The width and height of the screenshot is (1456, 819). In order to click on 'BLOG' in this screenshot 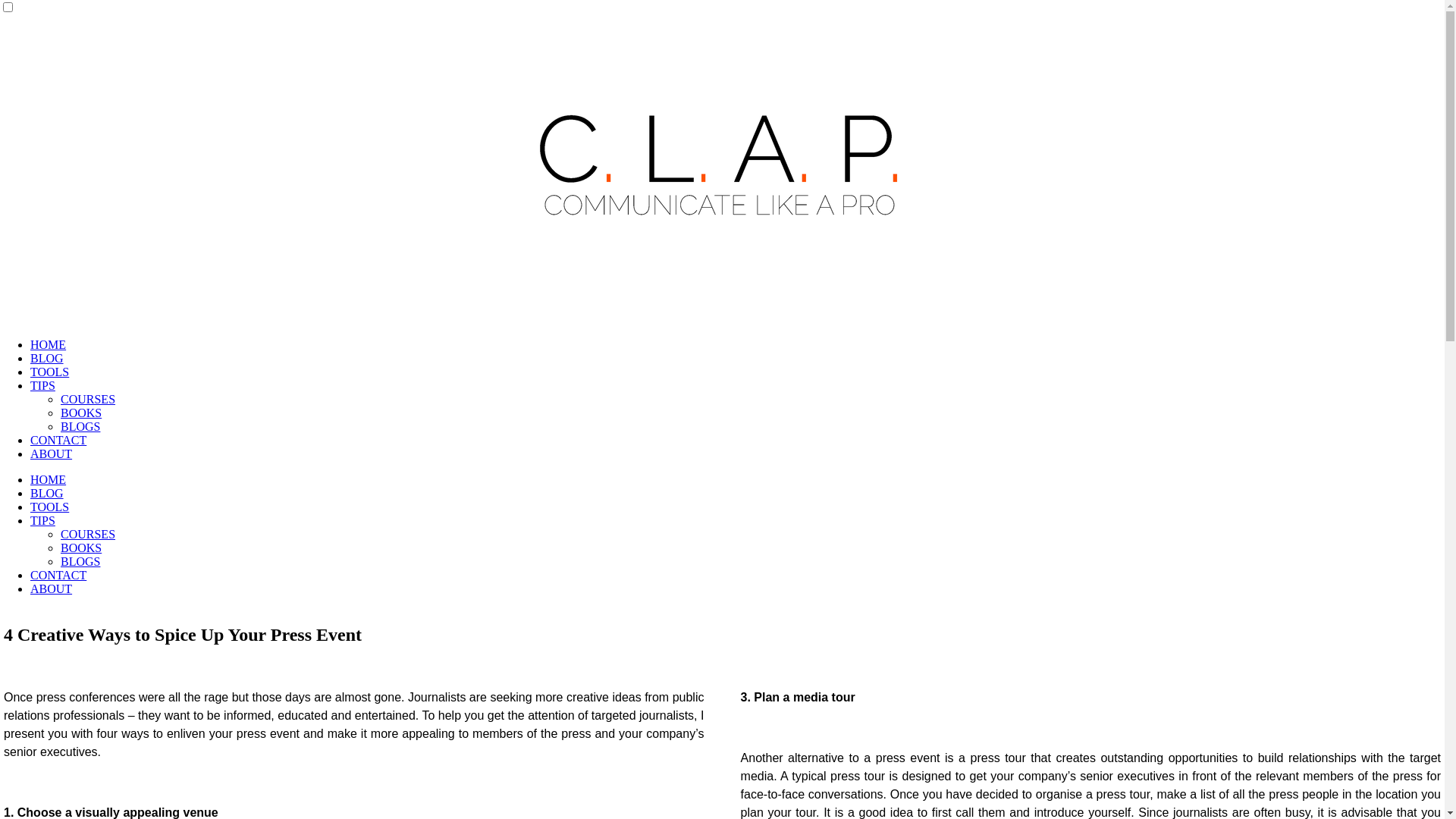, I will do `click(47, 358)`.